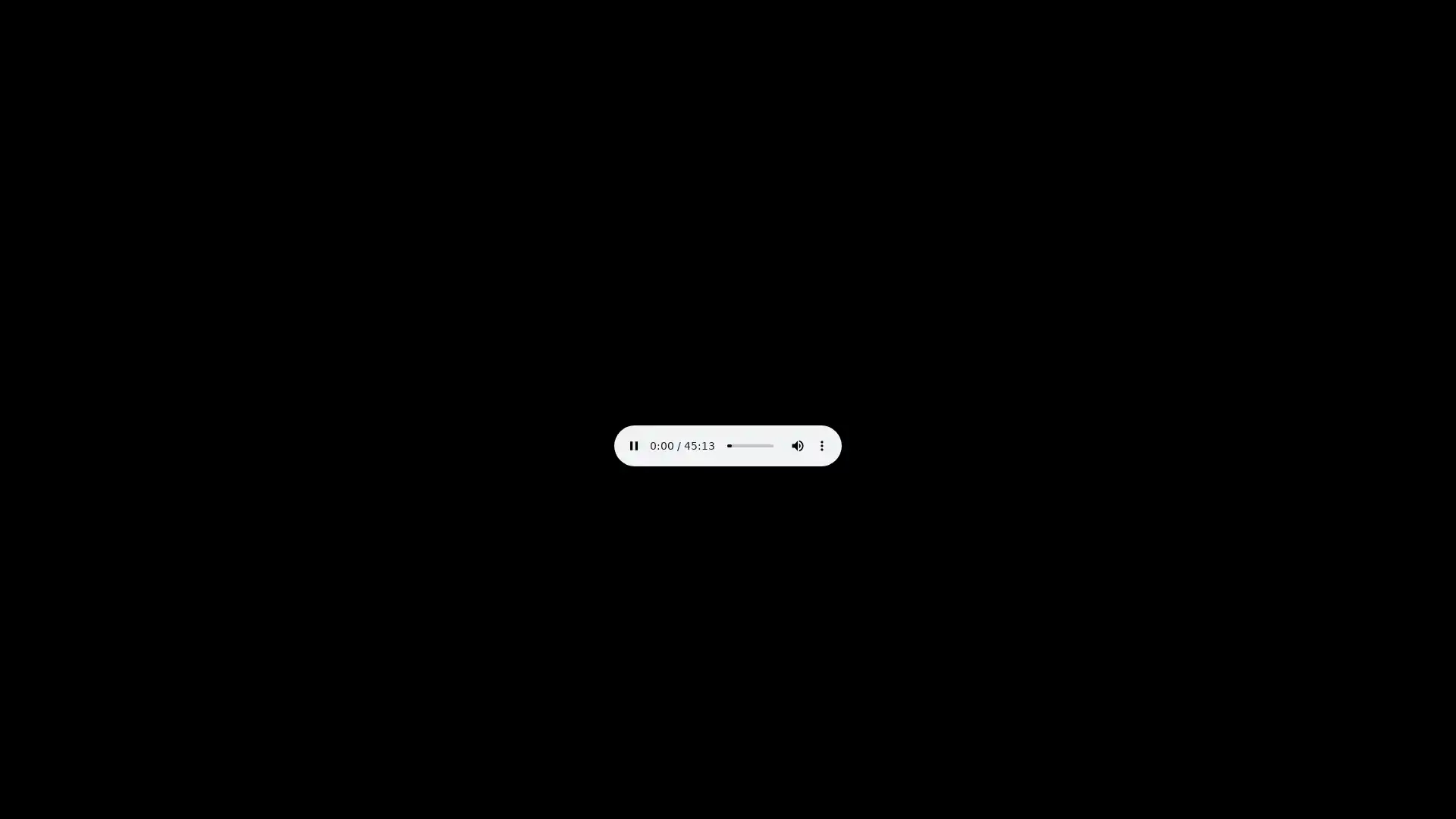  What do you see at coordinates (633, 444) in the screenshot?
I see `pause` at bounding box center [633, 444].